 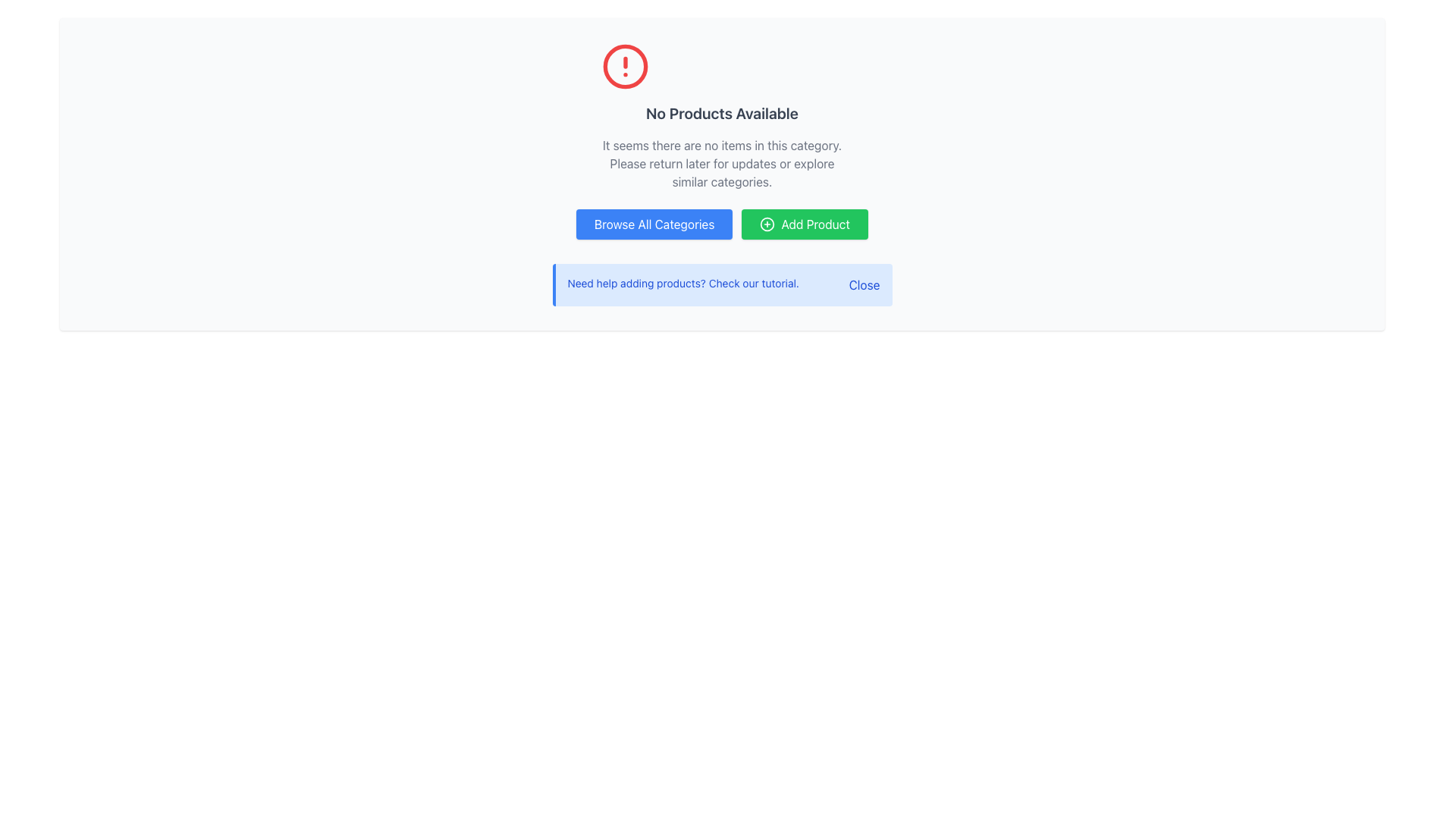 What do you see at coordinates (721, 164) in the screenshot?
I see `the multiline text block that displays the message 'It seems there are no items in this category. Please return later for updates or explore similar categories.'` at bounding box center [721, 164].